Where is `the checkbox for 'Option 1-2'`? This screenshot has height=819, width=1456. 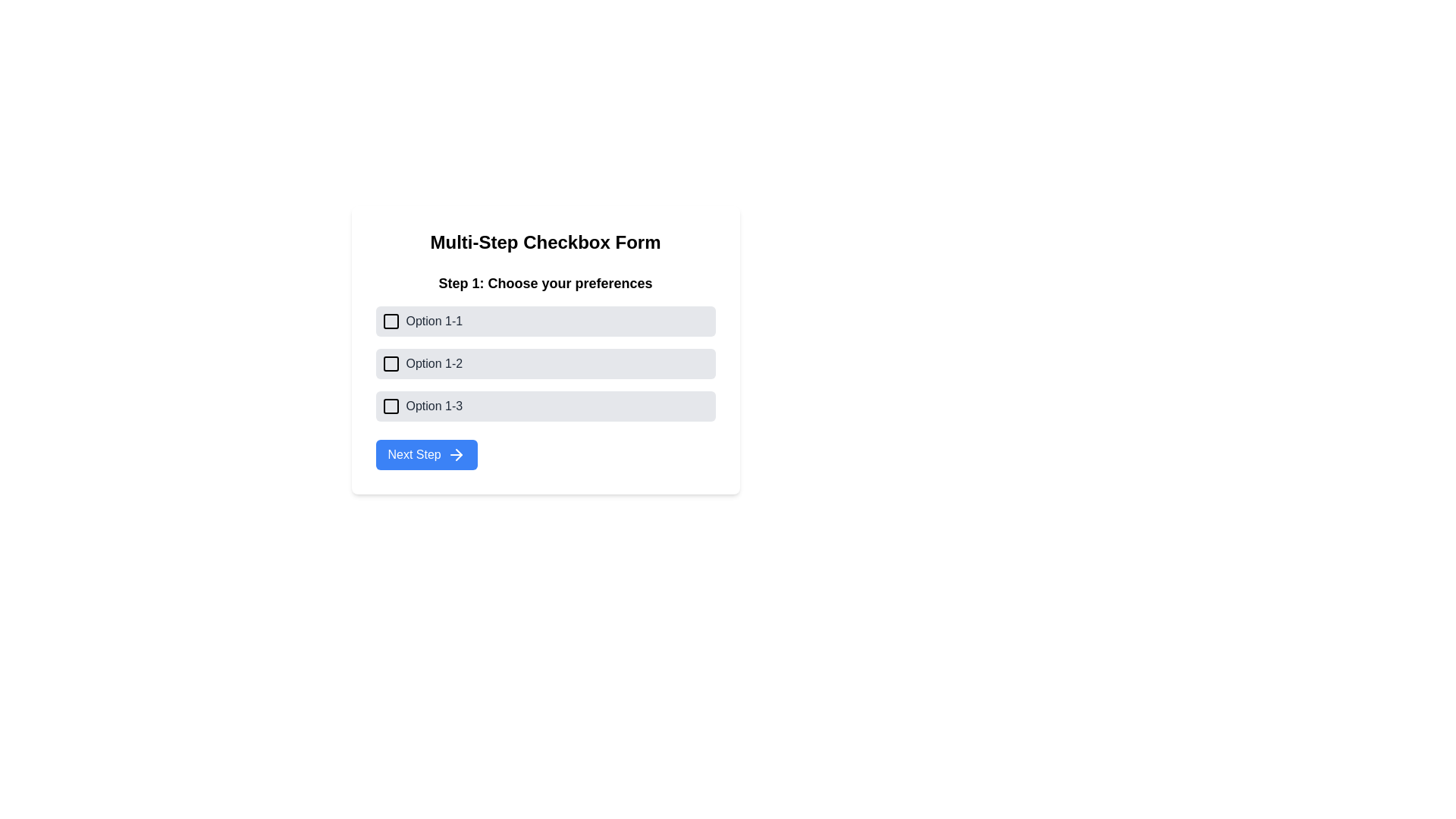 the checkbox for 'Option 1-2' is located at coordinates (391, 363).